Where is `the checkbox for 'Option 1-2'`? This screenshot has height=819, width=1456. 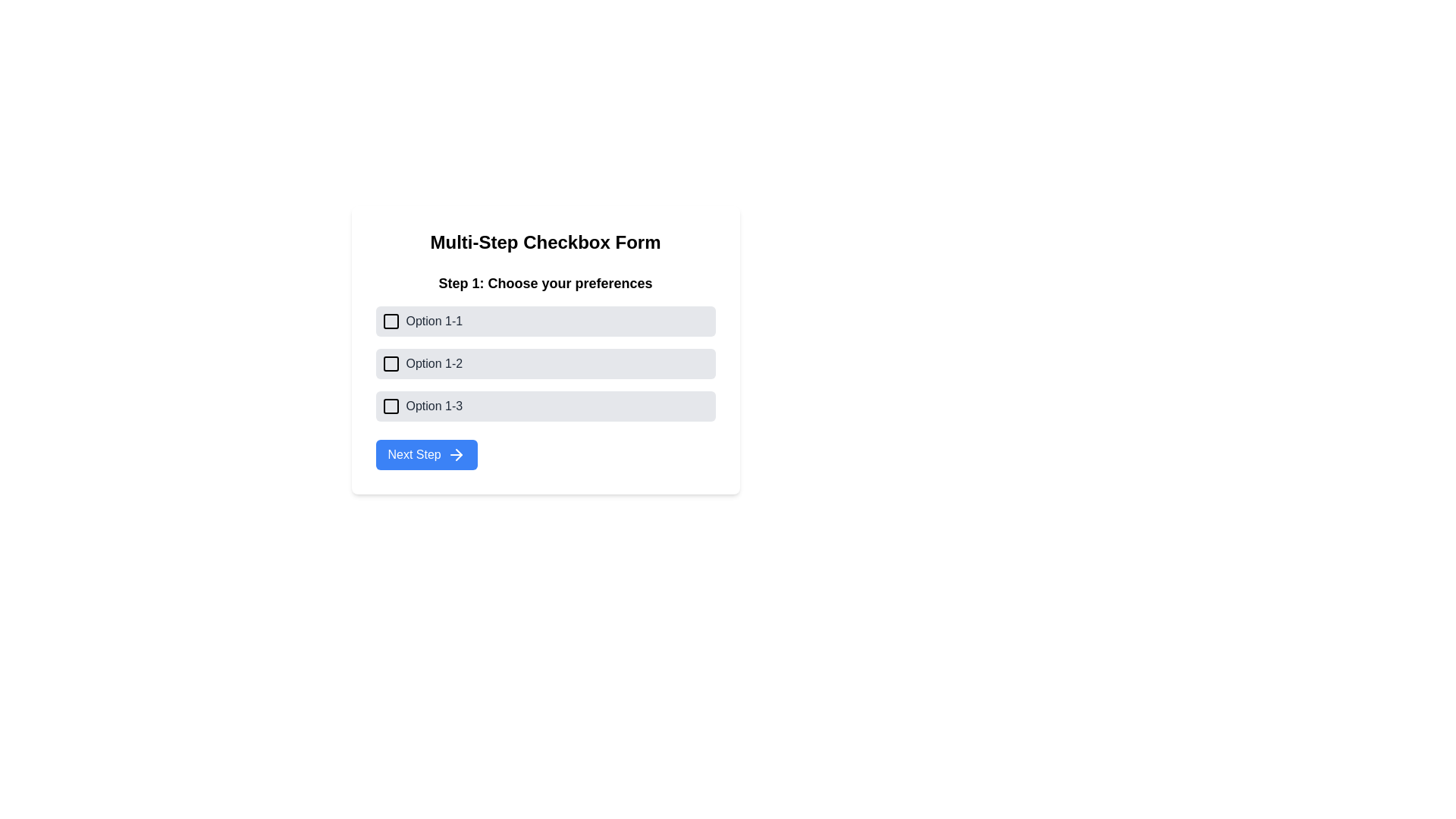 the checkbox for 'Option 1-2' is located at coordinates (391, 363).